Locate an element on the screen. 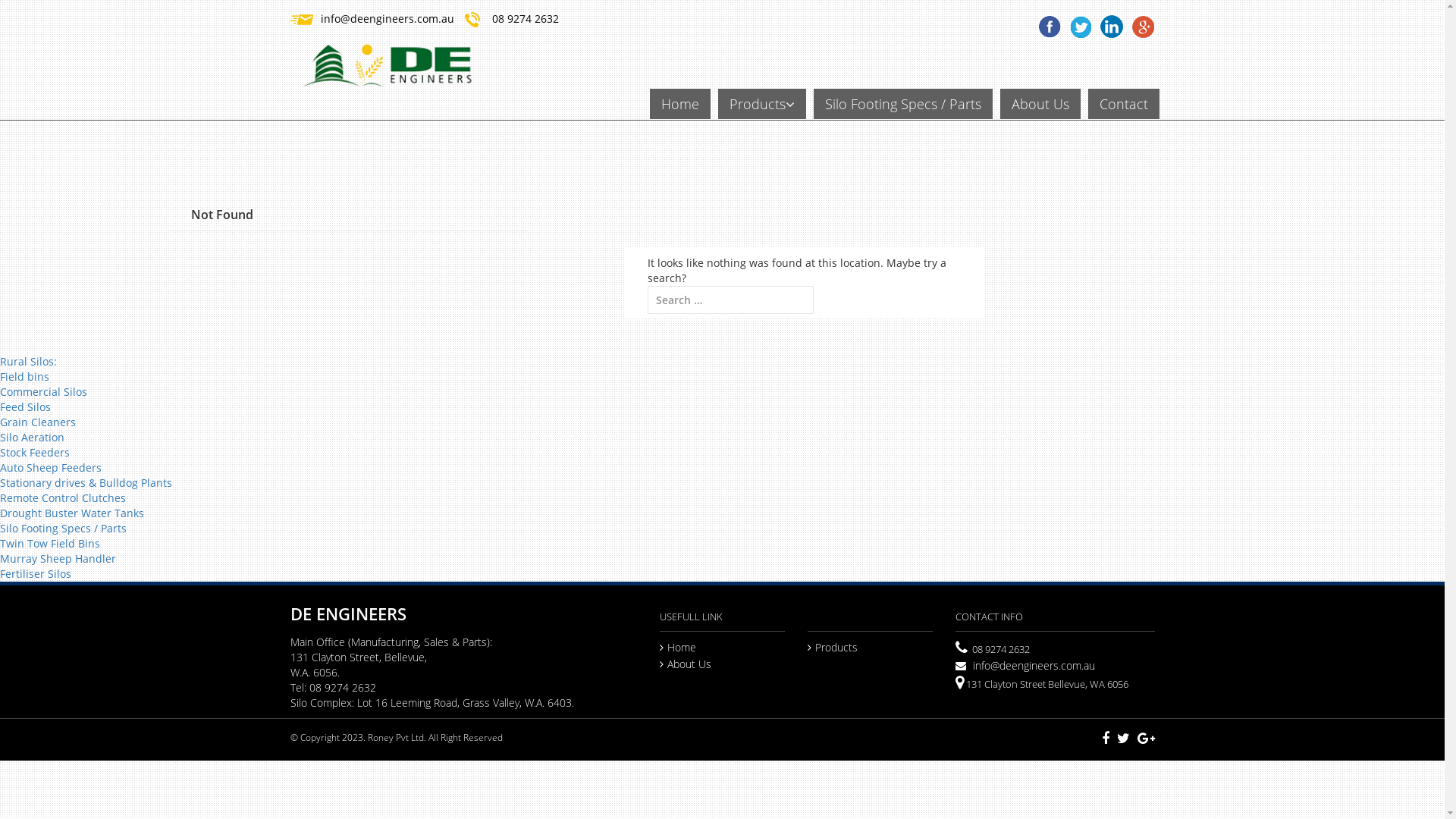  'Field bins' is located at coordinates (24, 375).